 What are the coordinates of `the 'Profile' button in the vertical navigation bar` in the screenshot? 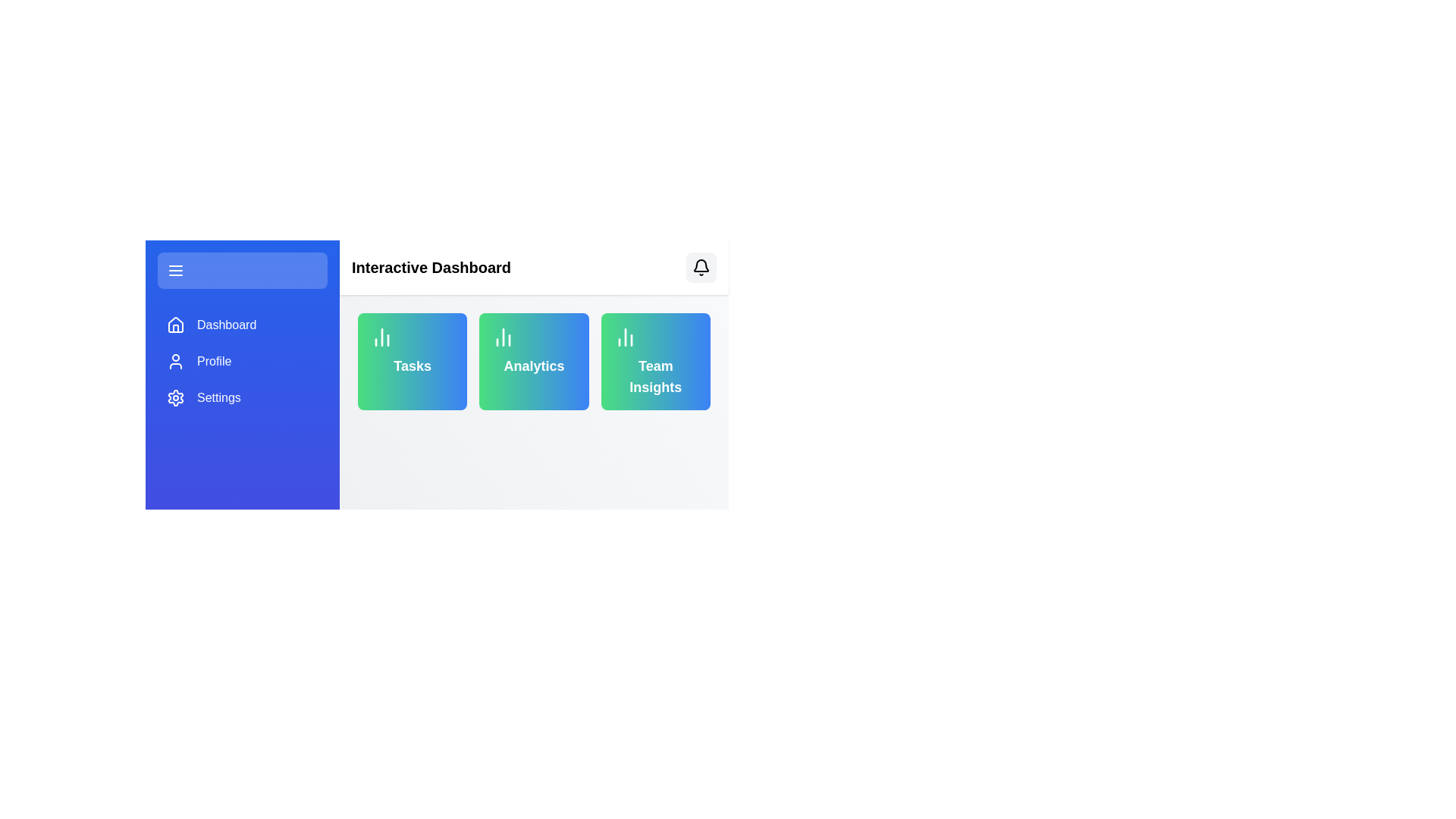 It's located at (243, 362).